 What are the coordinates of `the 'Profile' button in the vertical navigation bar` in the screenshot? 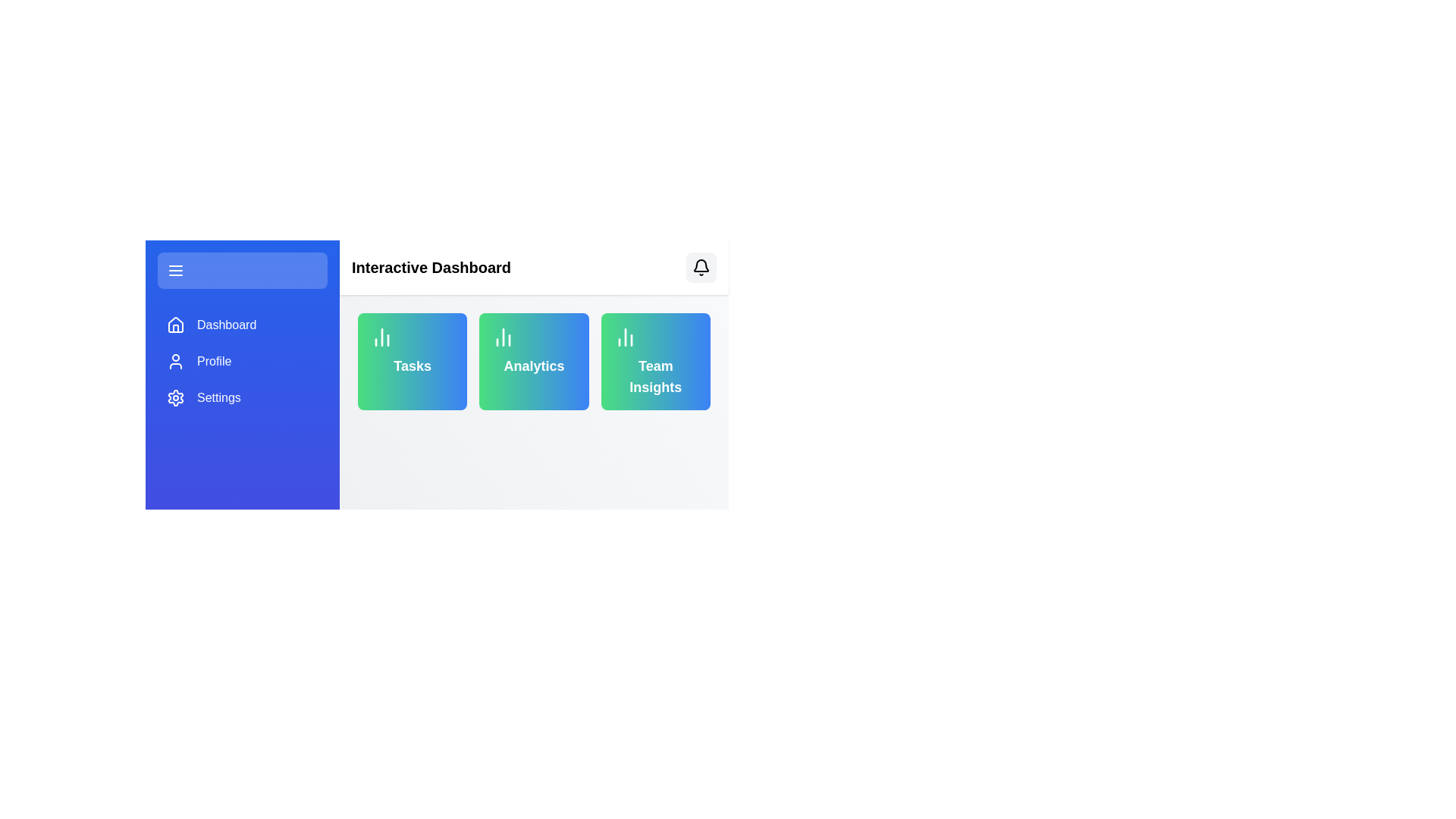 It's located at (243, 362).